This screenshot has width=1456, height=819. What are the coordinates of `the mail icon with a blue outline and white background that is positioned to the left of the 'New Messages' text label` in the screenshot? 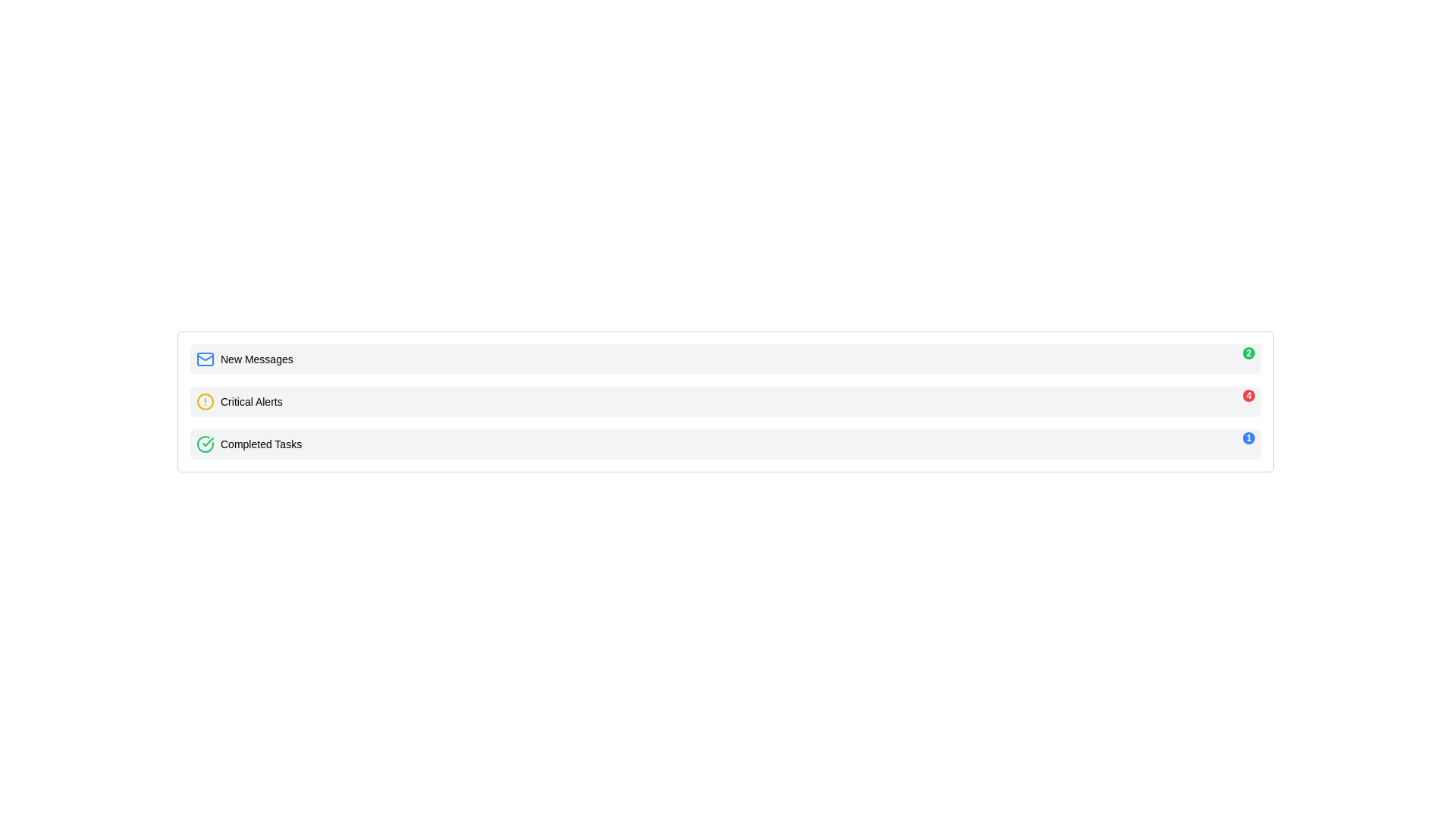 It's located at (204, 359).